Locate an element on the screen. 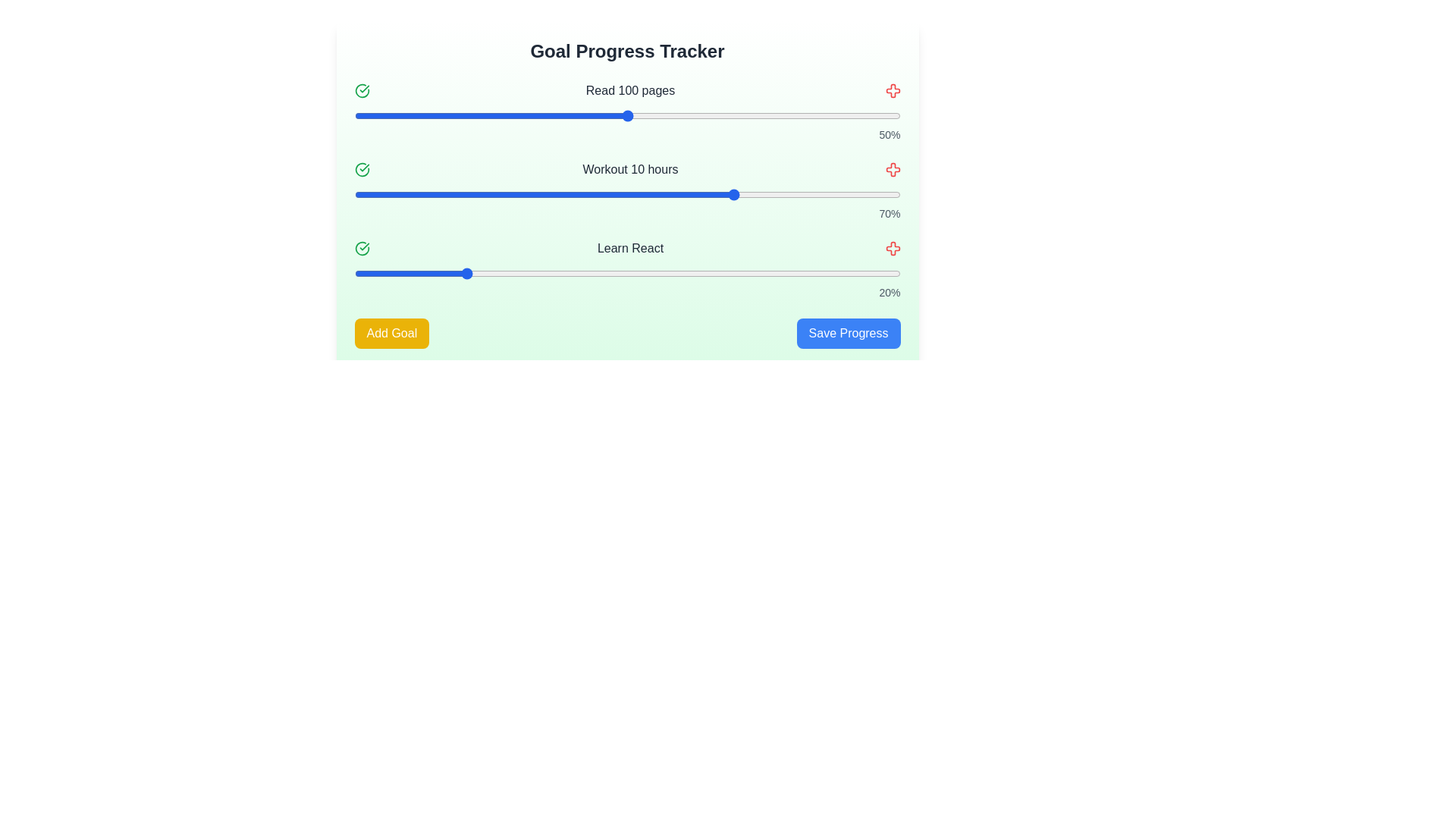  the red cross icon next to the goal titled 'Workout 10 hours' to remove it is located at coordinates (893, 169).